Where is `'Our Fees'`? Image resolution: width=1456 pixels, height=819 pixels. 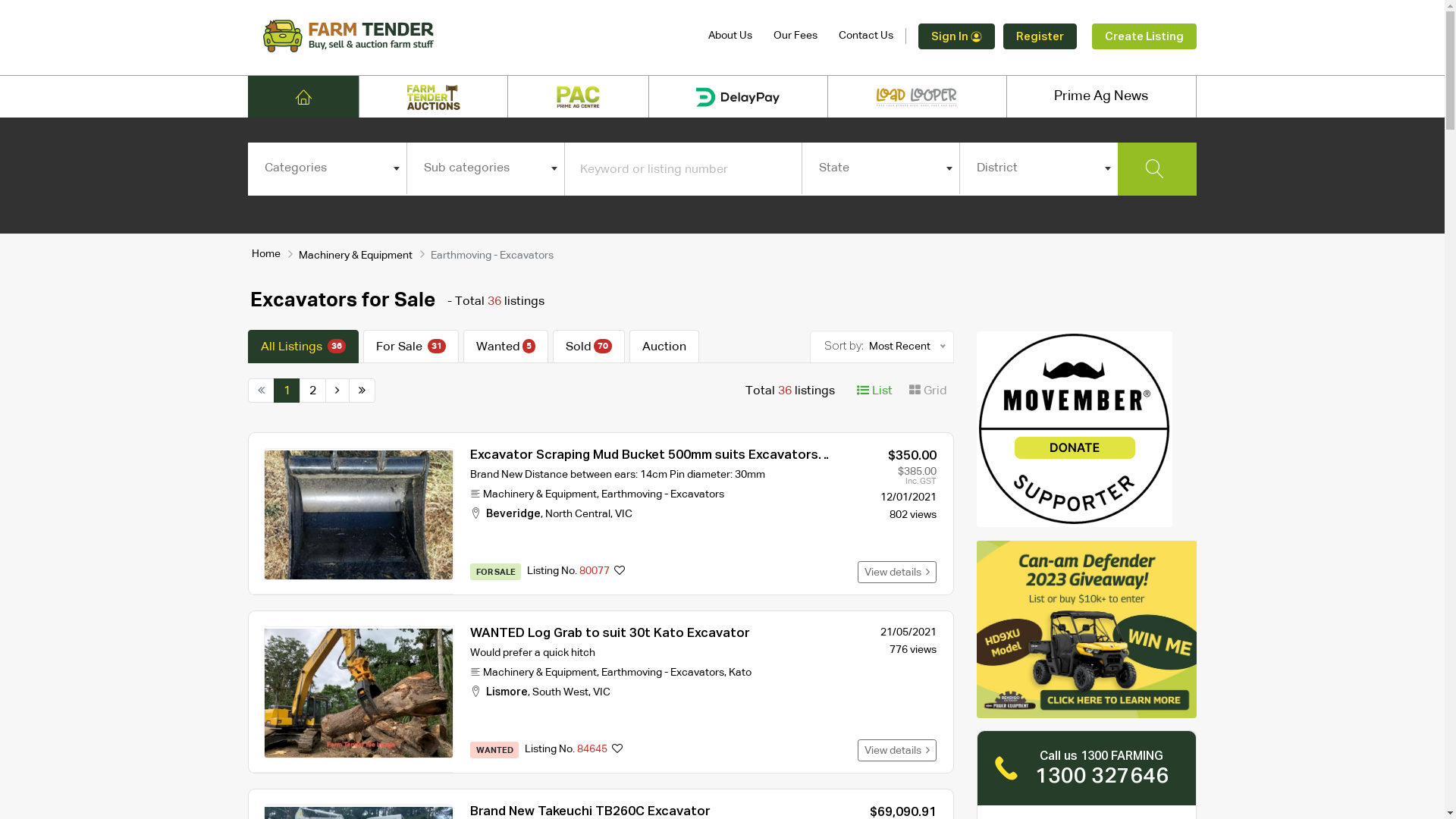
'Our Fees' is located at coordinates (795, 34).